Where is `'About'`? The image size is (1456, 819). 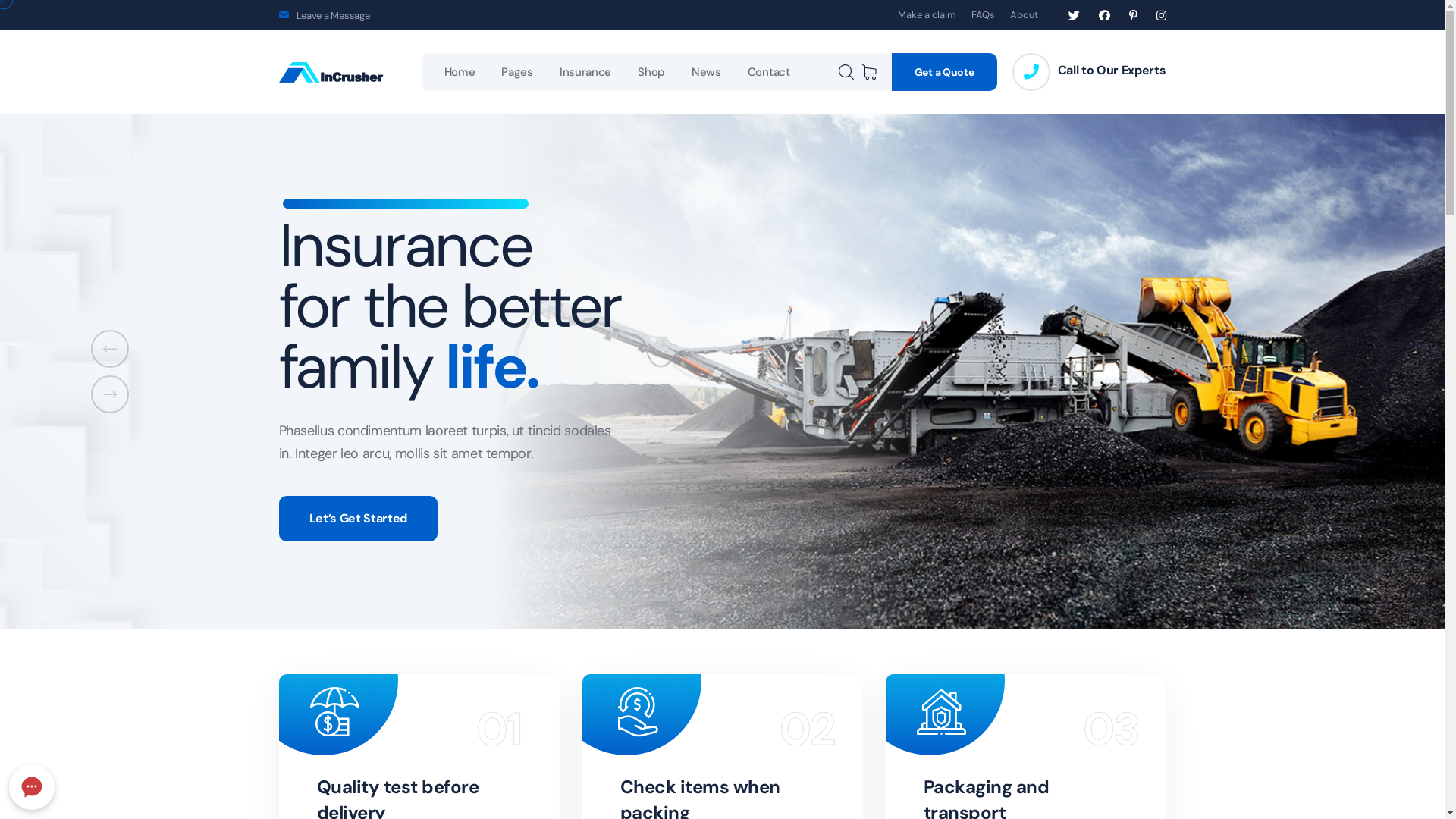 'About' is located at coordinates (1009, 14).